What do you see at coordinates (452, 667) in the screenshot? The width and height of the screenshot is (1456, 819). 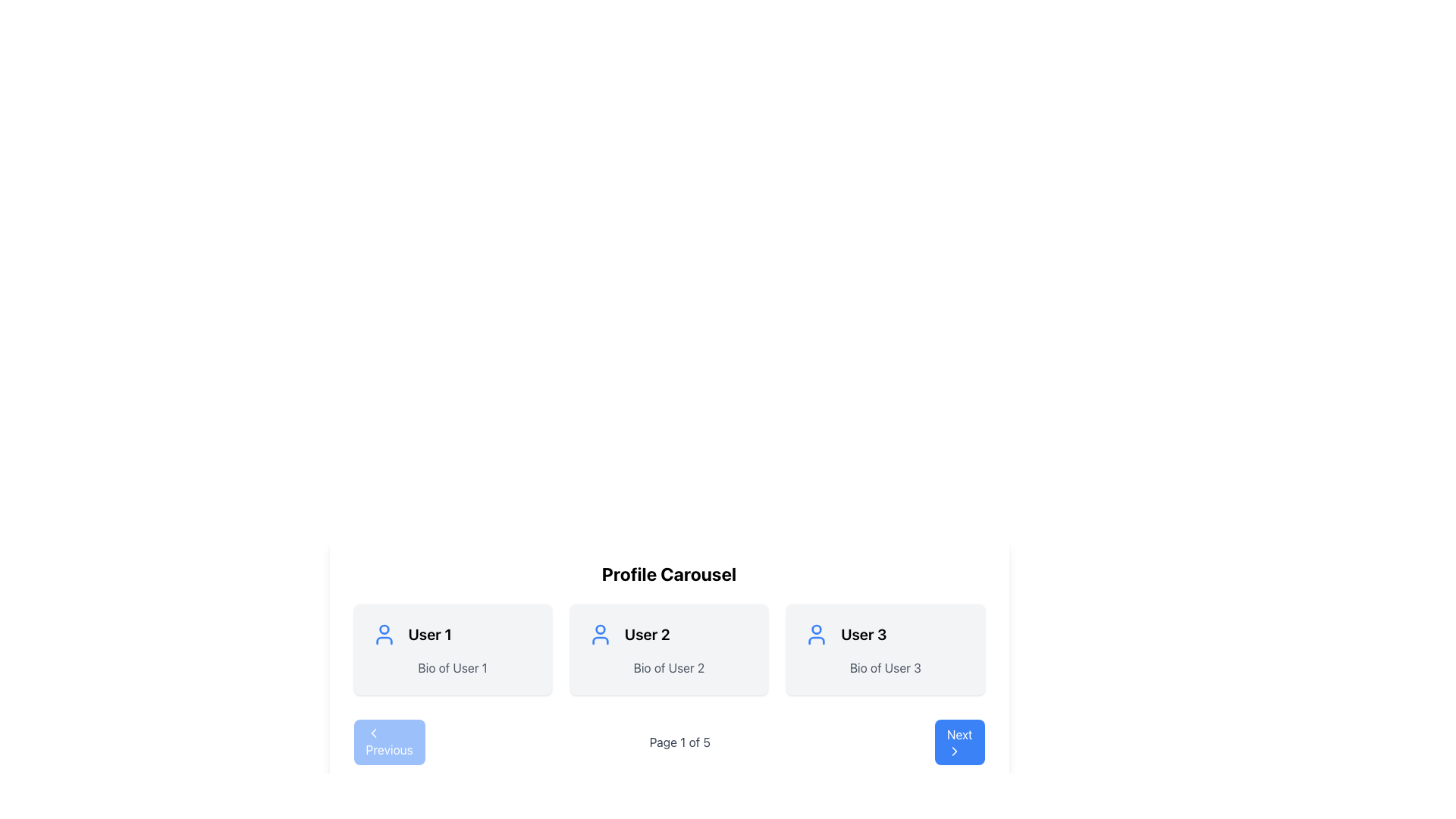 I see `the text label displaying 'Bio of User 1', which is styled in gray and located below the heading 'User 1' in the first profile card` at bounding box center [452, 667].